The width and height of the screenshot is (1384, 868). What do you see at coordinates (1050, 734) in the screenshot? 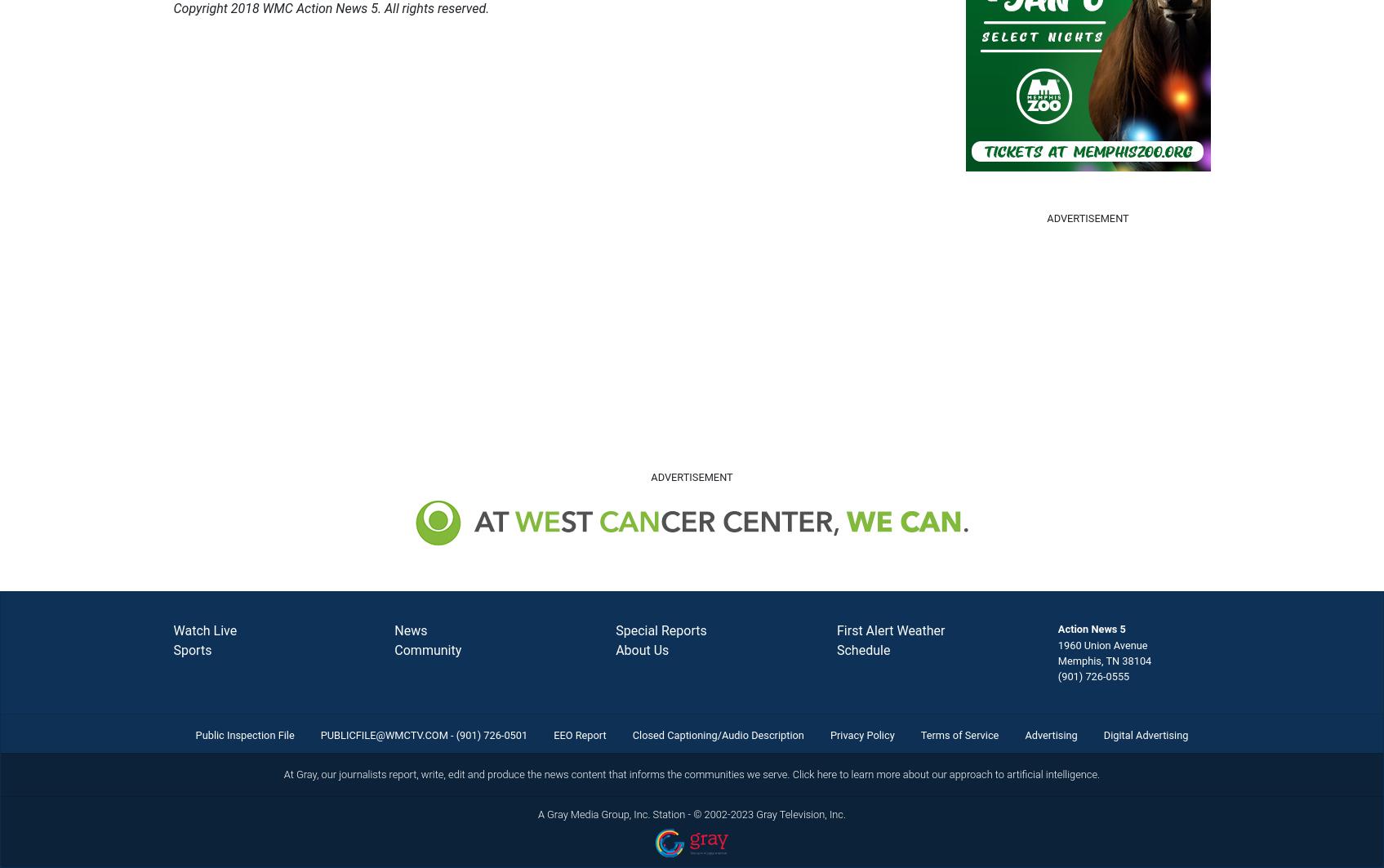
I see `'Advertising'` at bounding box center [1050, 734].